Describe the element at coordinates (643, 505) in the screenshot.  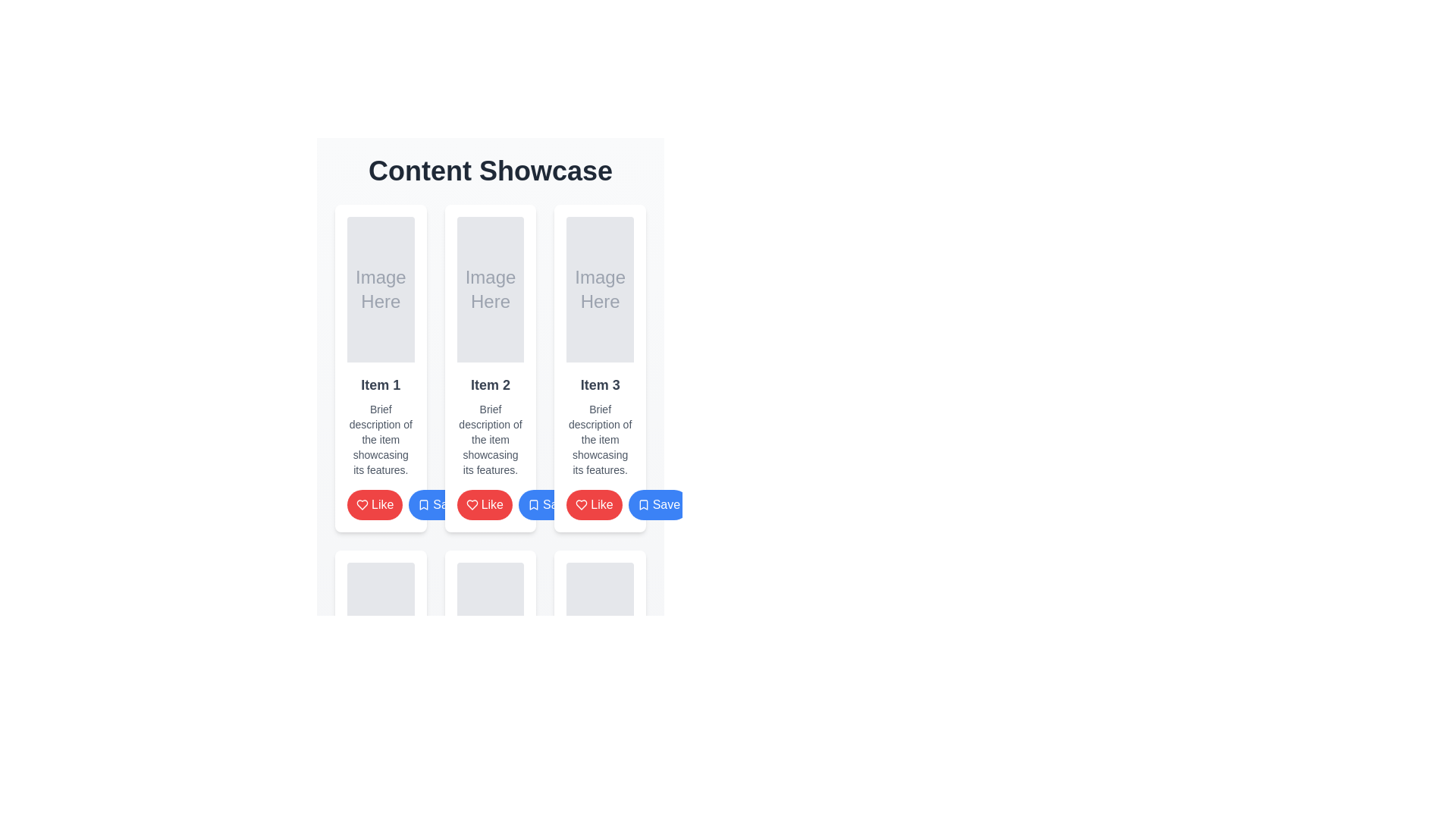
I see `the small white bookmark-shaped icon located inside the 'Save' button of the third item in the list` at that location.